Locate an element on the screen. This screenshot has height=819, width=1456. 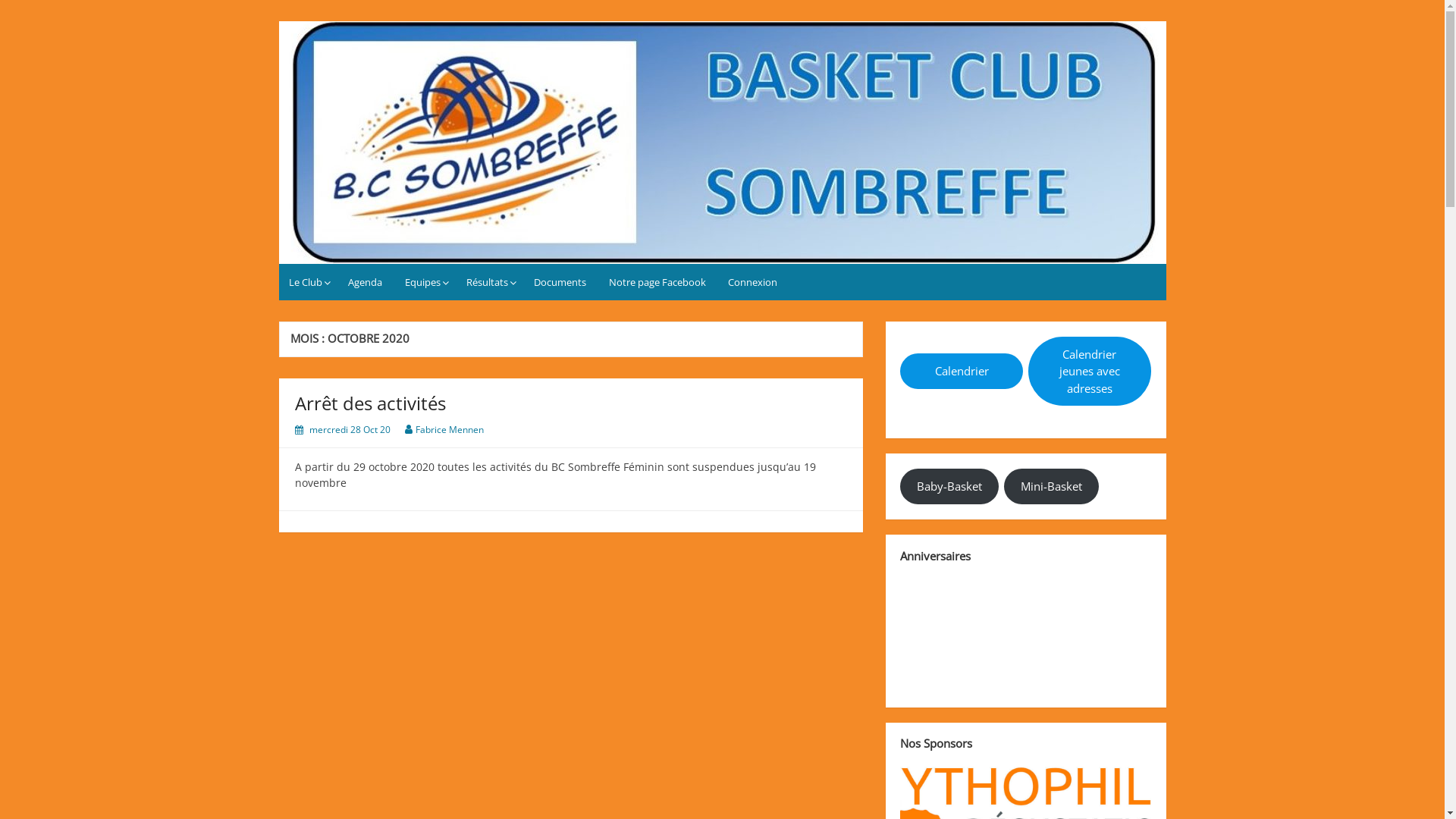
'Basket Club Sombreffe' is located at coordinates (396, 34).